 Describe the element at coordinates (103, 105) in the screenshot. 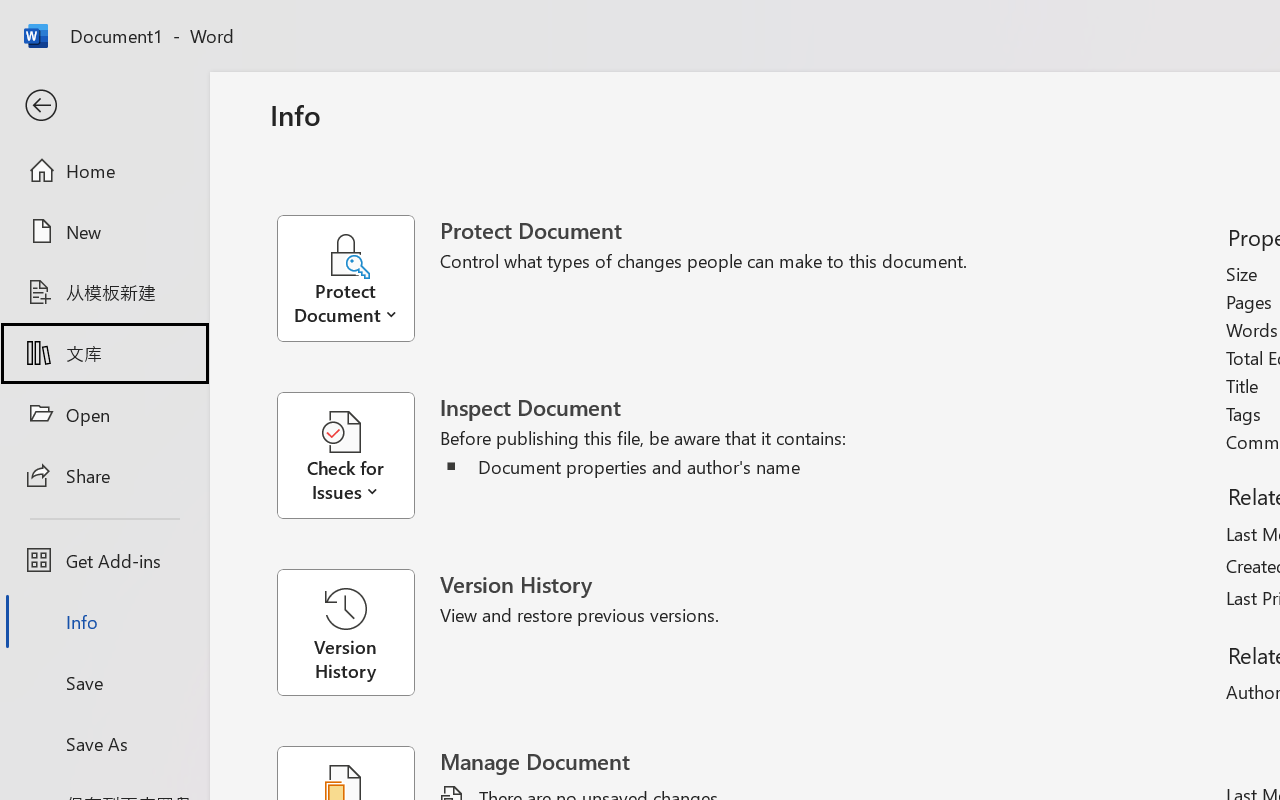

I see `'Back'` at that location.